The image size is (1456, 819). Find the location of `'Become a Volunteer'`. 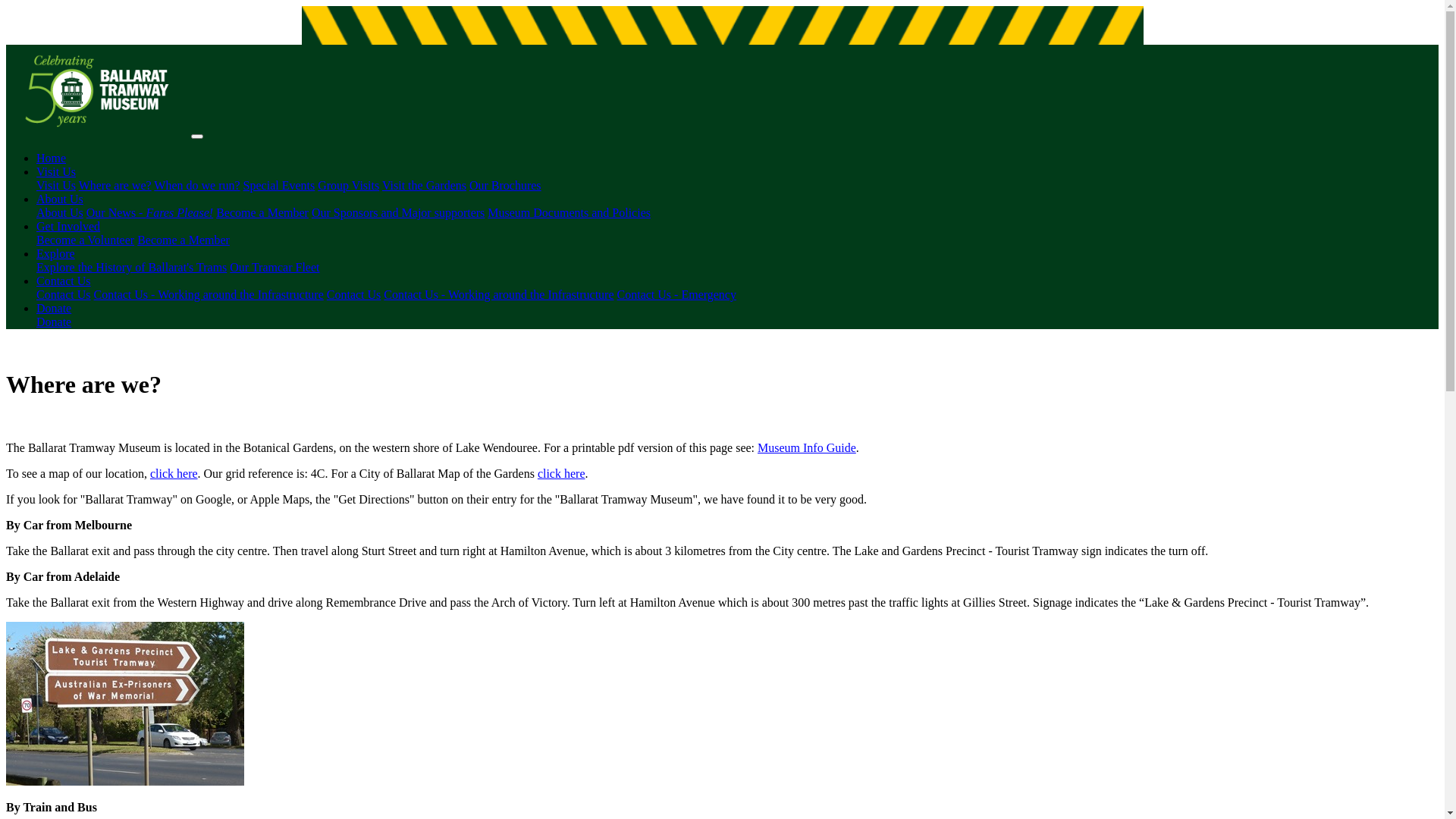

'Become a Volunteer' is located at coordinates (84, 239).